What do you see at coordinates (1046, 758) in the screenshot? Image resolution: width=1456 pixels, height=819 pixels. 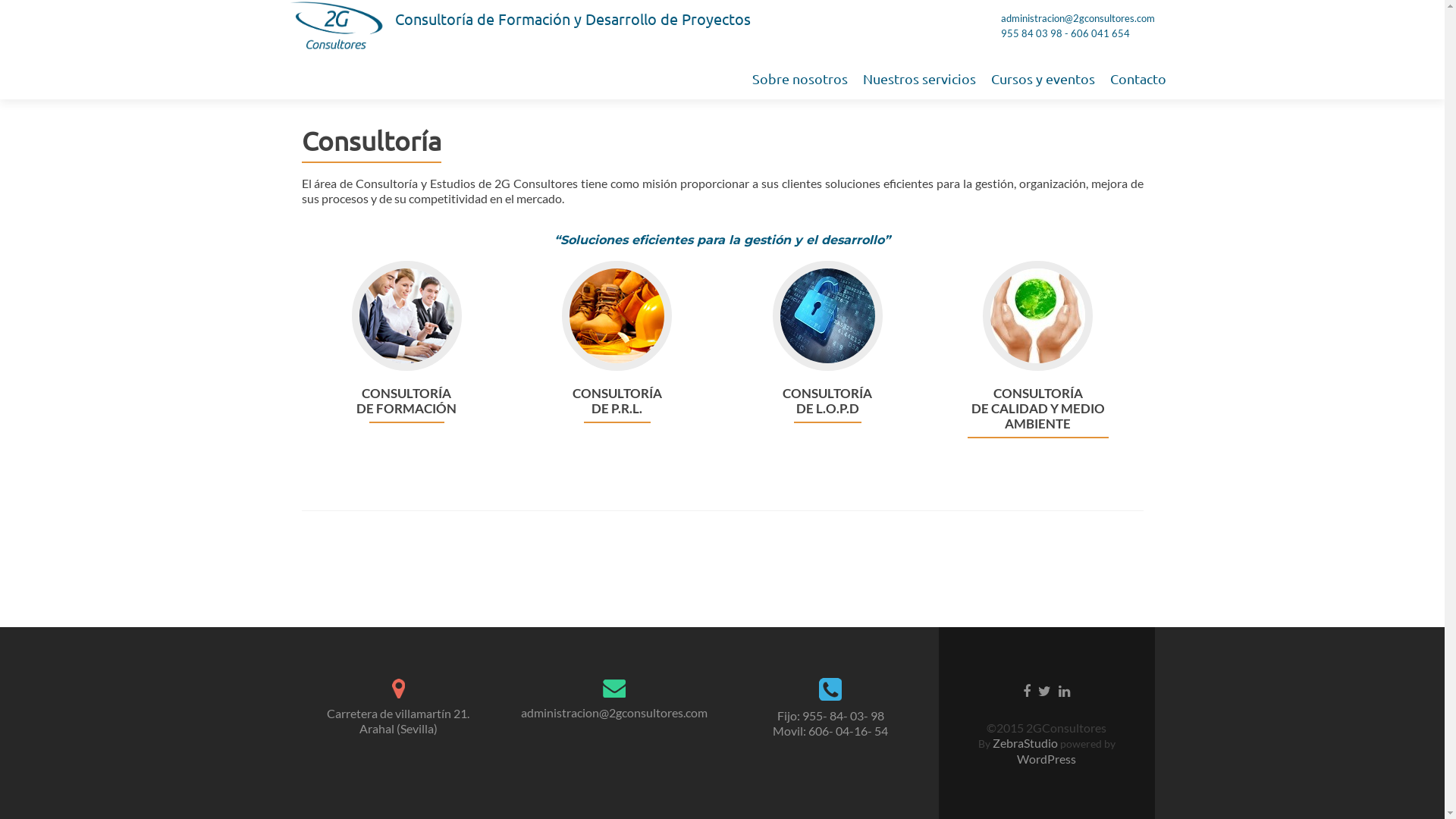 I see `'WordPress'` at bounding box center [1046, 758].